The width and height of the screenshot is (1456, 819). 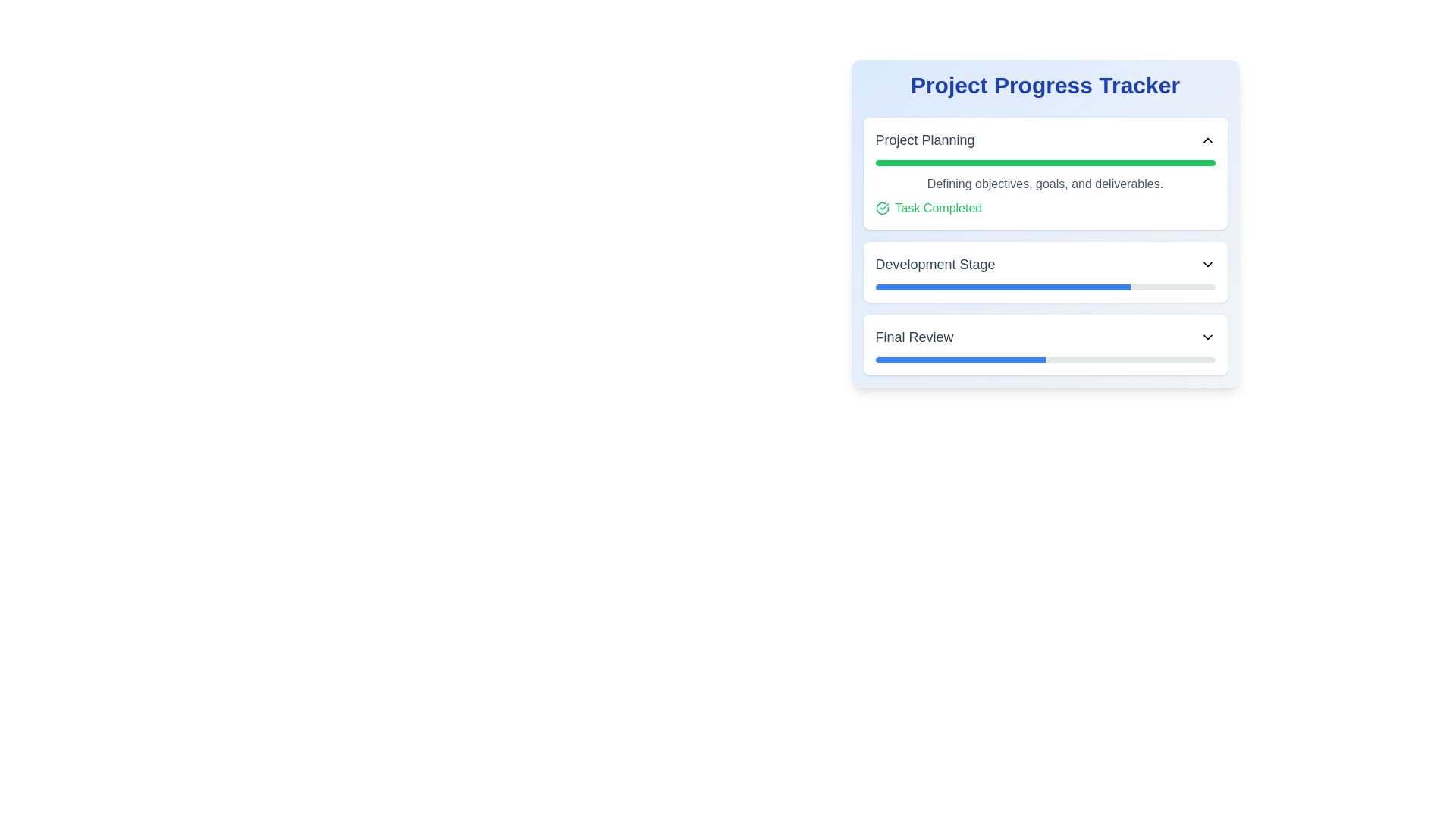 I want to click on the Text Label indicating successful task completion, which displays 'Task Completed' within the 'Project Progress Tracker' card, so click(x=937, y=208).